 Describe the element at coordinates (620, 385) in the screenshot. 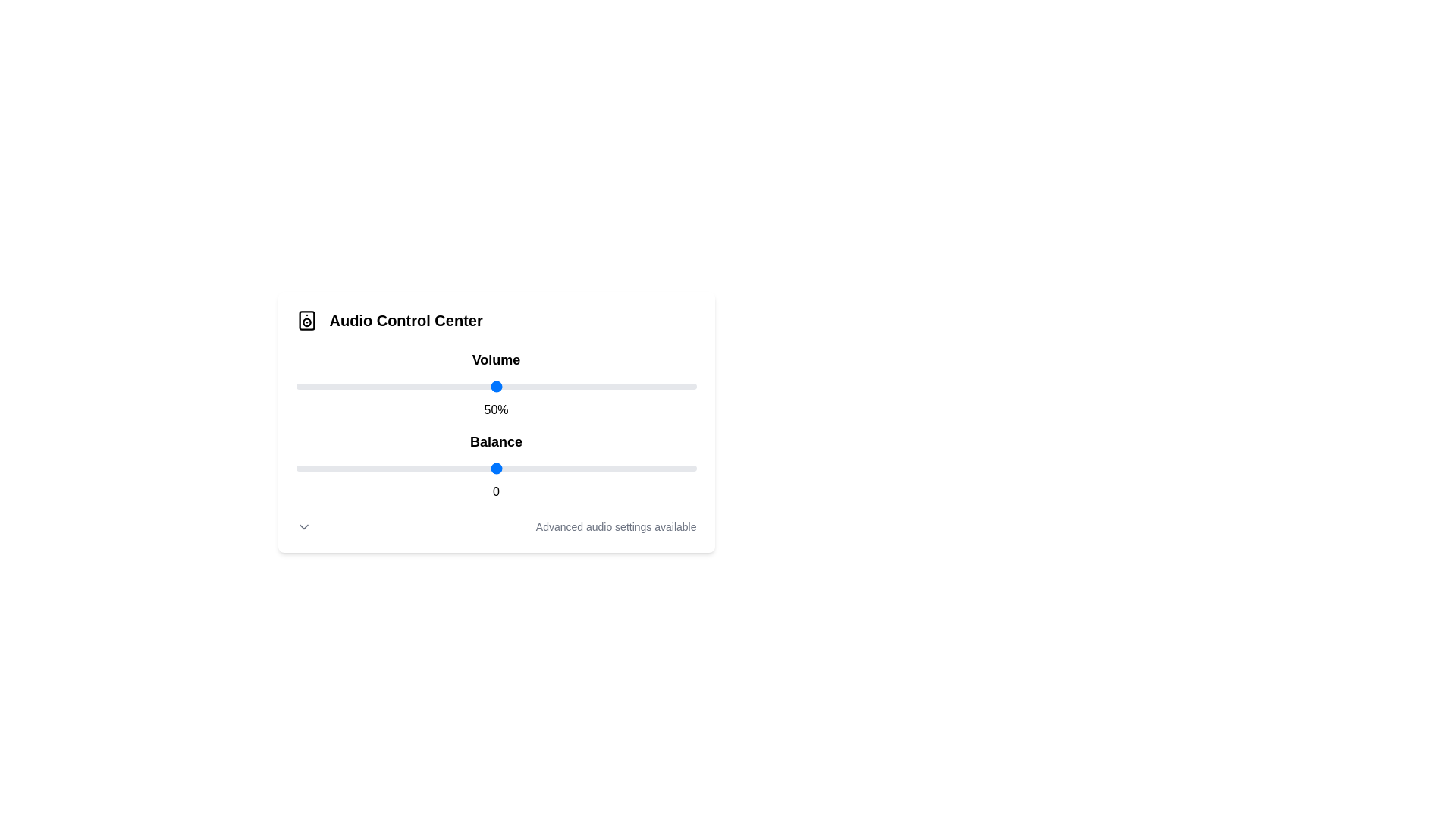

I see `the volume slider to 81%` at that location.